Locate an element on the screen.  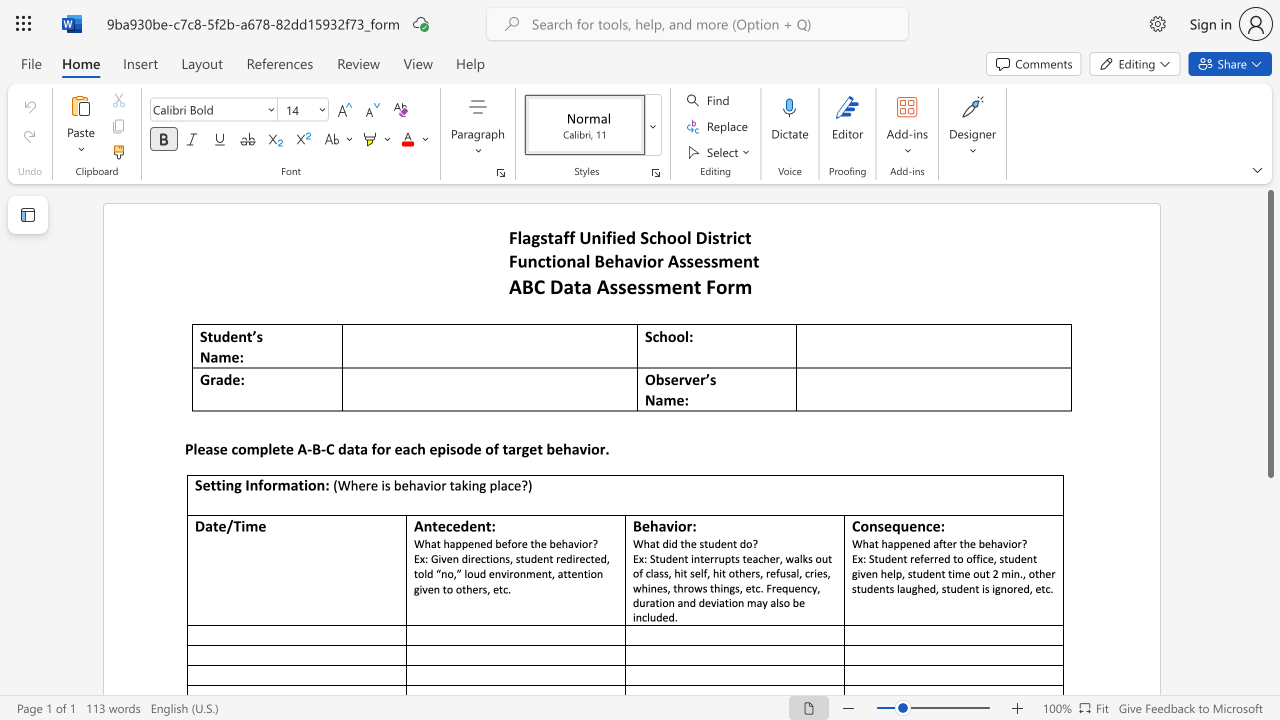
the subset text "or" within the text "What happened after the behavior?" is located at coordinates (1011, 543).